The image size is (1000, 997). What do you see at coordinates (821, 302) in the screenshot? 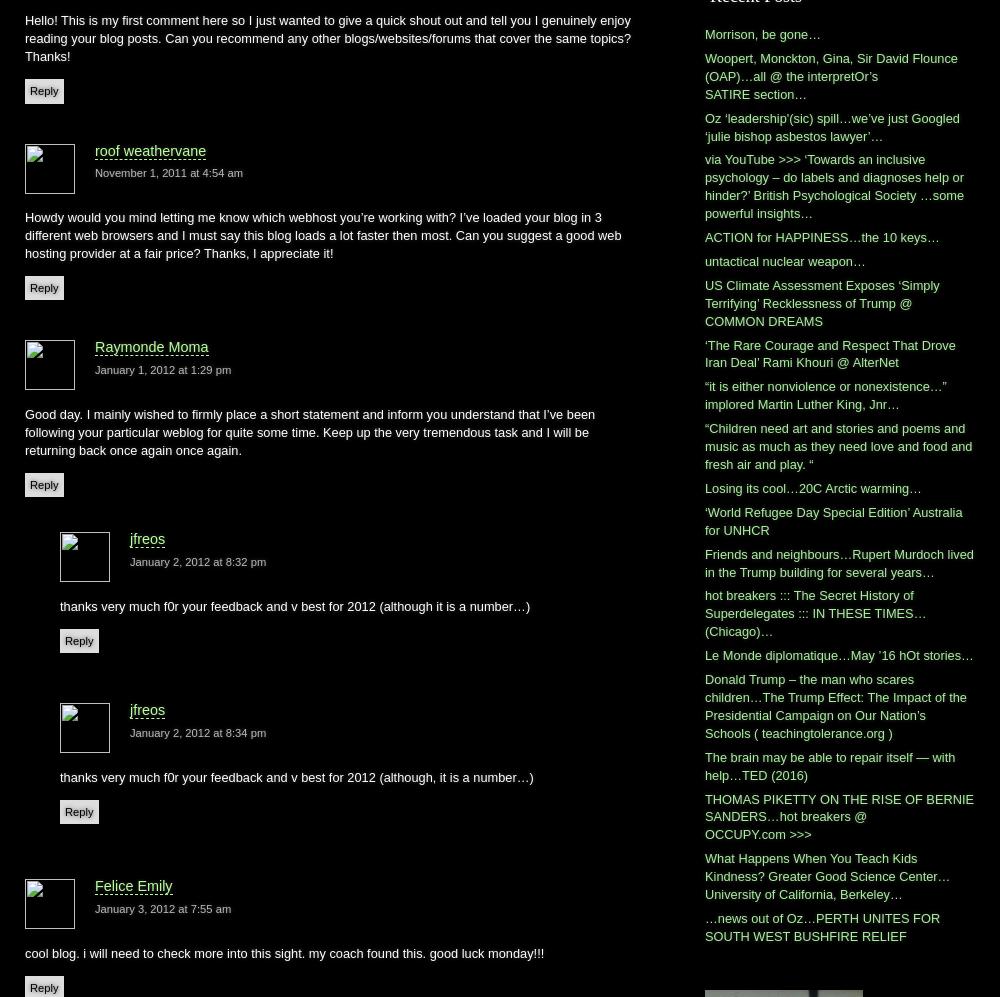
I see `'US Climate Assessment Exposes ‘Simply Terrifying’ Recklessness of Trump @ COMMON DREAMS'` at bounding box center [821, 302].